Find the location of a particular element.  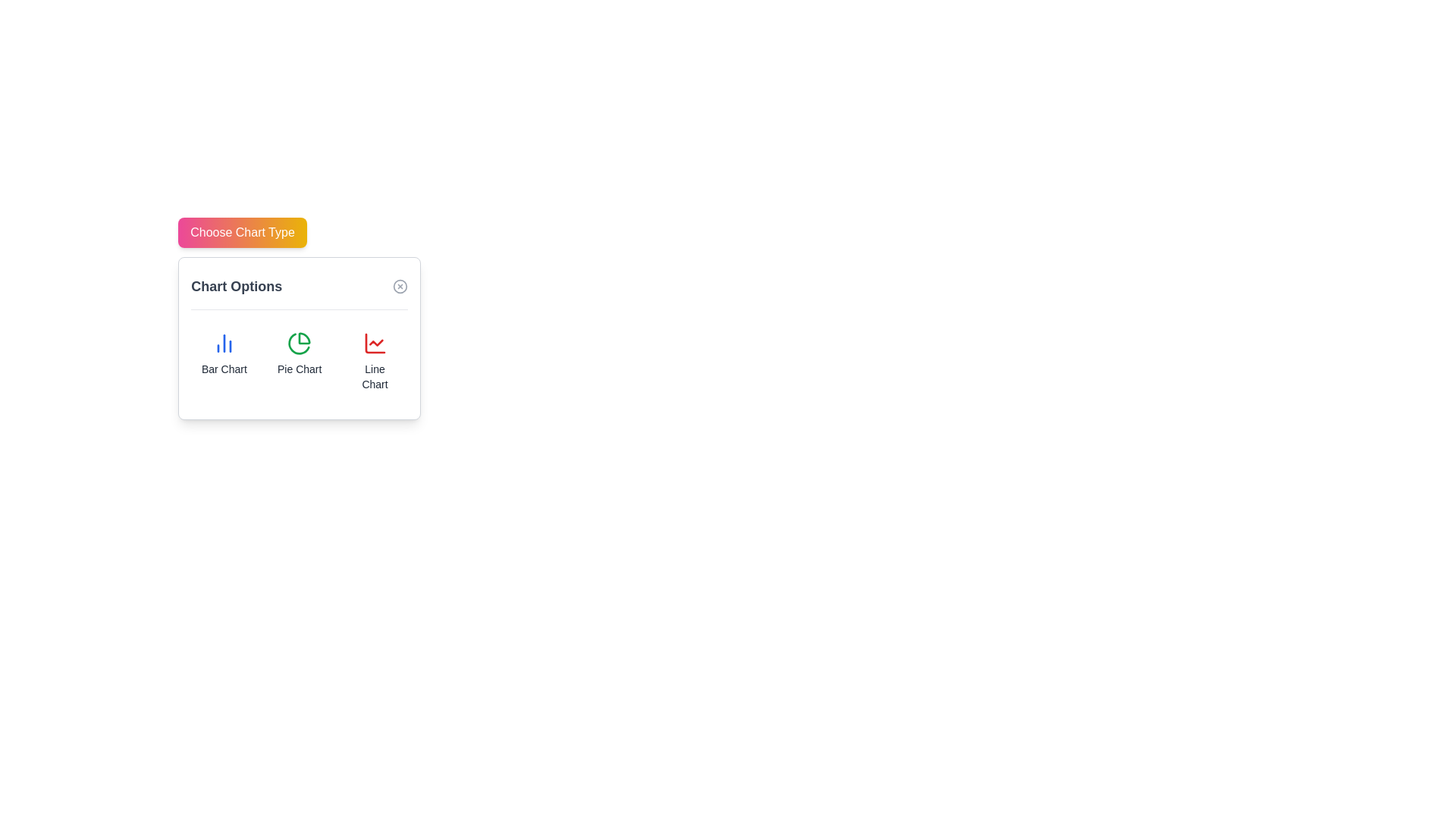

the icon representing the bar chart type located within the 'Chart Options' panel is located at coordinates (223, 343).